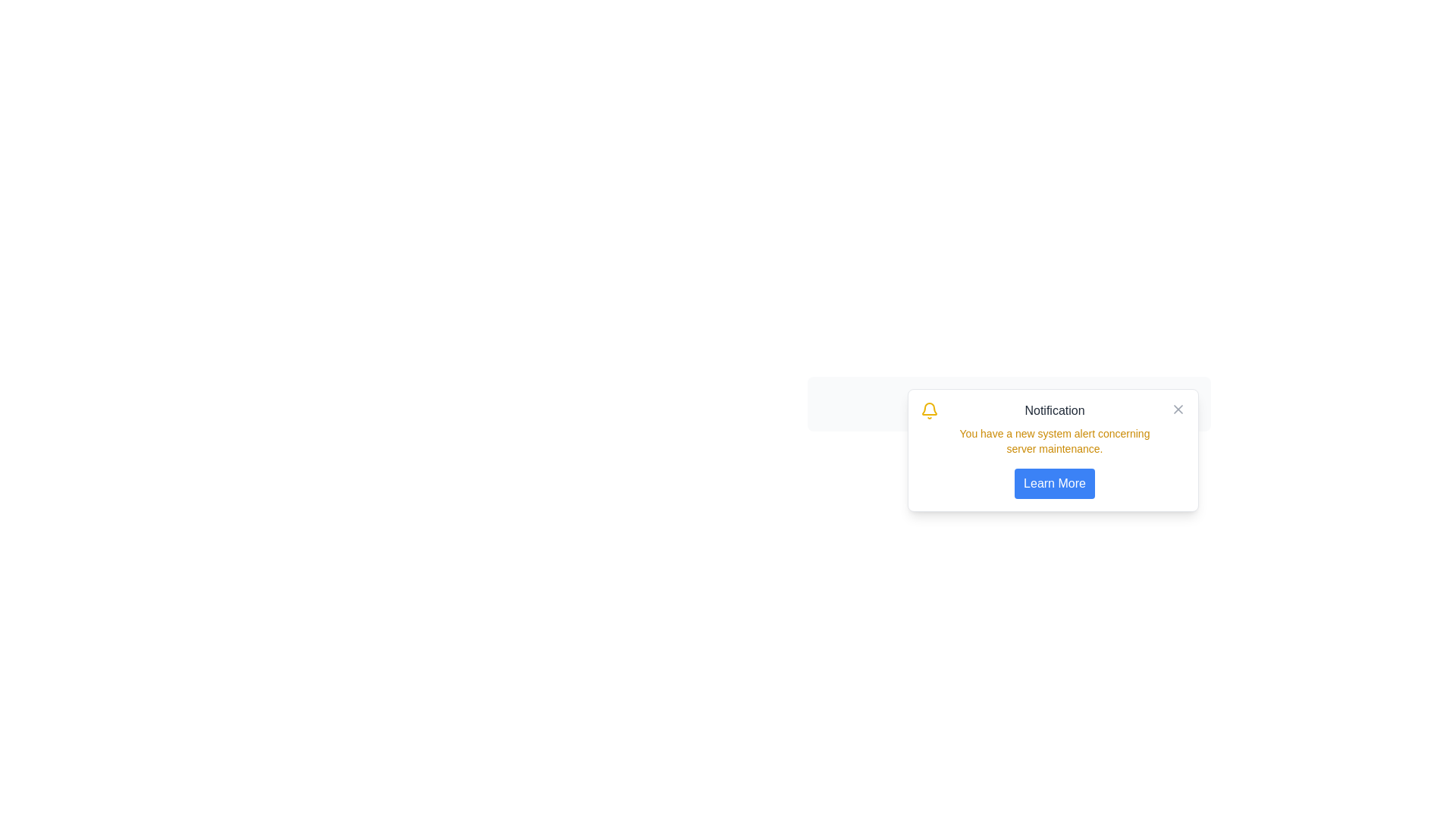  Describe the element at coordinates (928, 411) in the screenshot. I see `the bell icon located at the top-left of the notification card, which indicates alert or notification content` at that location.